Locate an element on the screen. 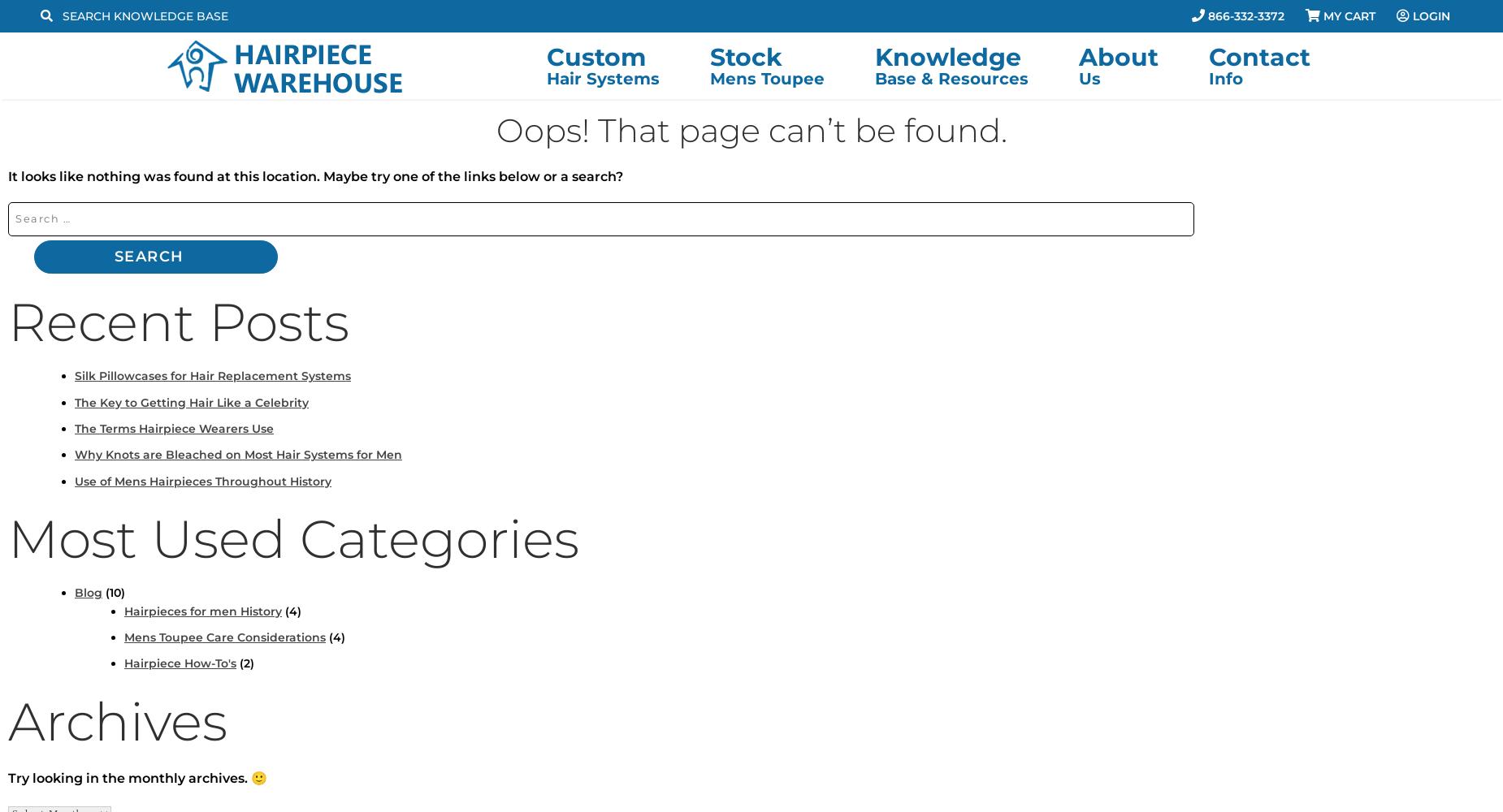 This screenshot has width=1503, height=812. 'Stock' is located at coordinates (745, 56).